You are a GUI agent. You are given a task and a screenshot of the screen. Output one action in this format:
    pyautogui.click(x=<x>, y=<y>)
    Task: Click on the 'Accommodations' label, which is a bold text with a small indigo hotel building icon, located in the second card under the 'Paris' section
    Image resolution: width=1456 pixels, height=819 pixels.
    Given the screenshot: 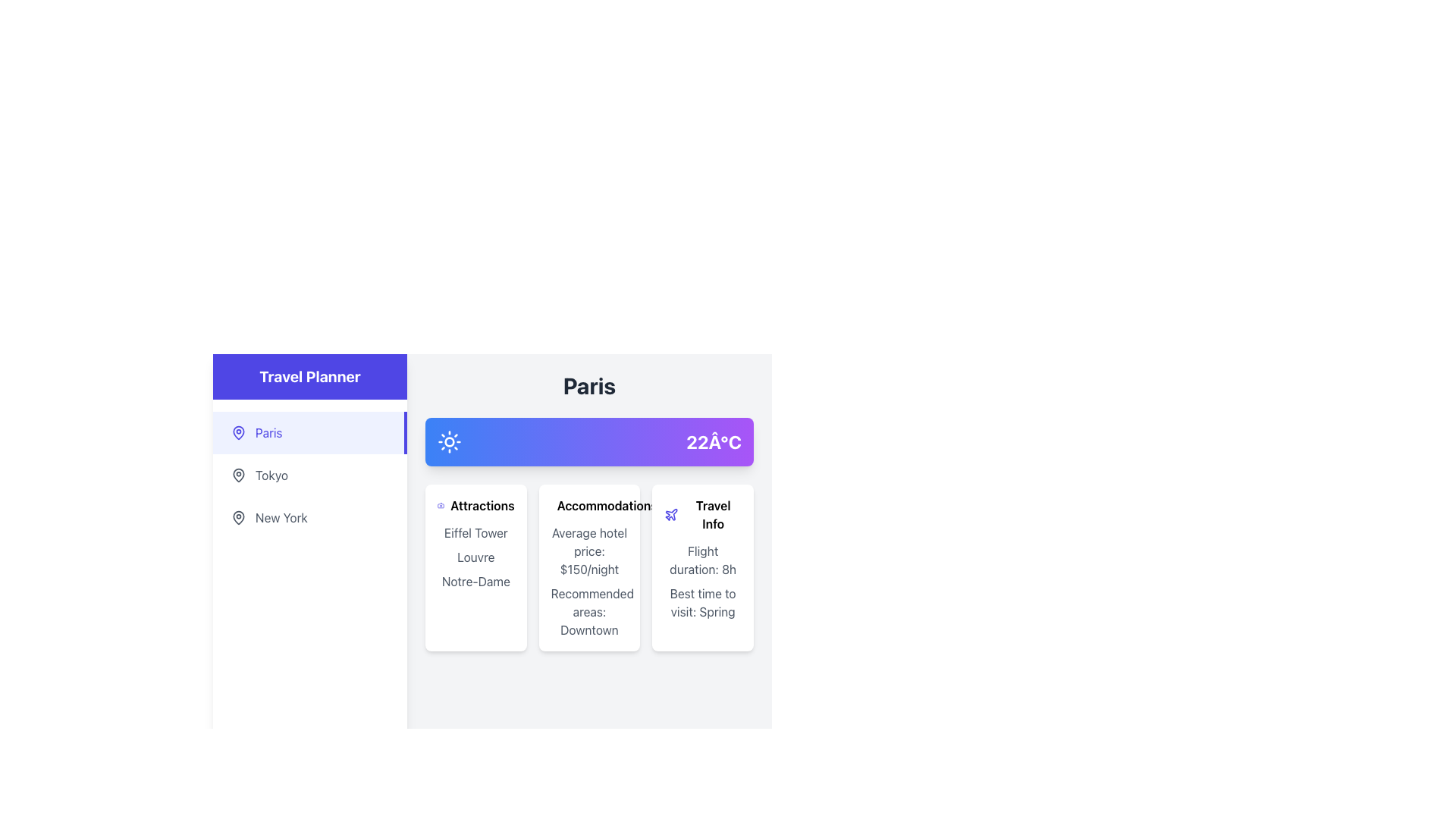 What is the action you would take?
    pyautogui.click(x=588, y=506)
    